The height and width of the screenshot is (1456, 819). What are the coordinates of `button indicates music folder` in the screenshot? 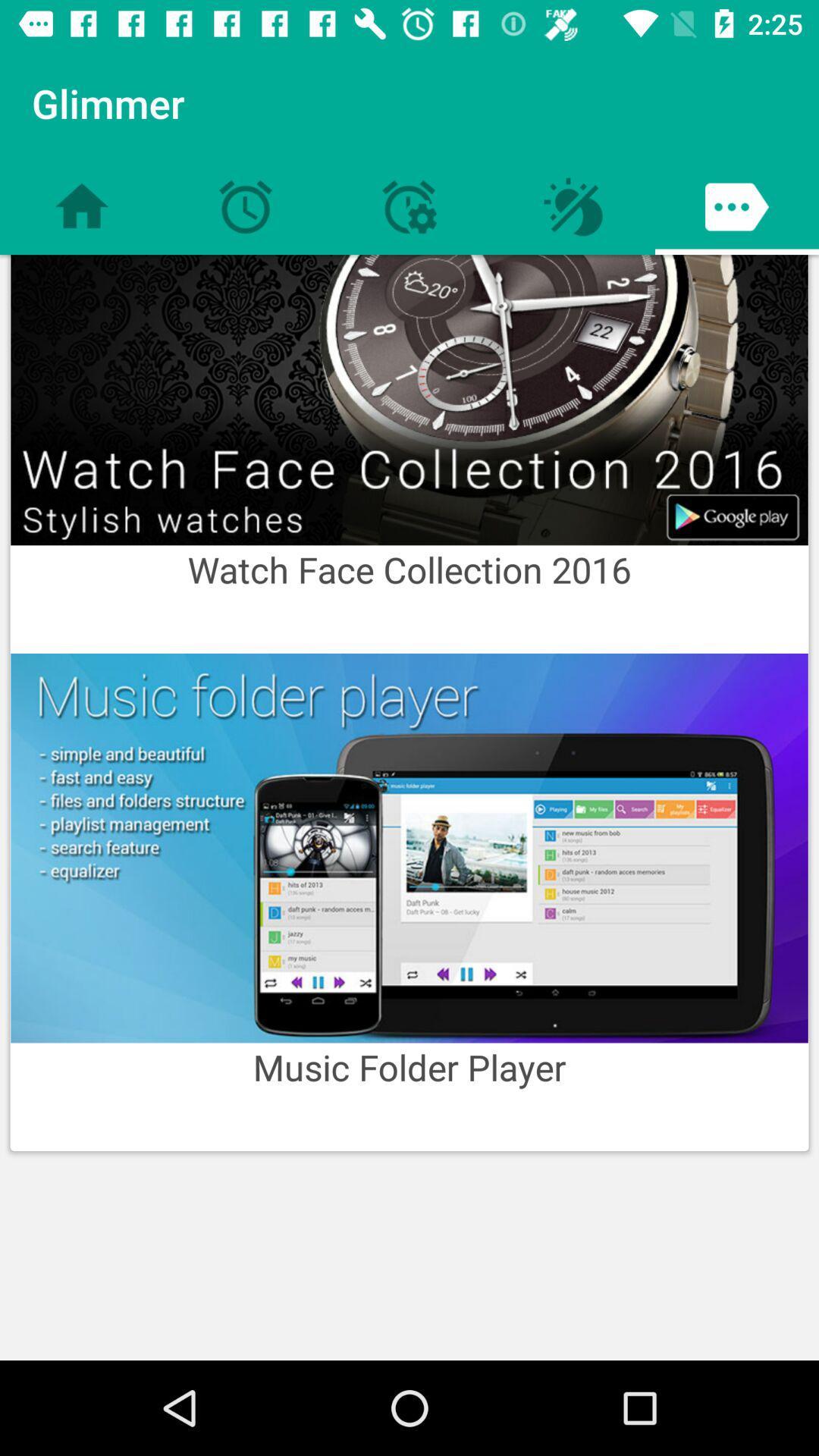 It's located at (409, 847).